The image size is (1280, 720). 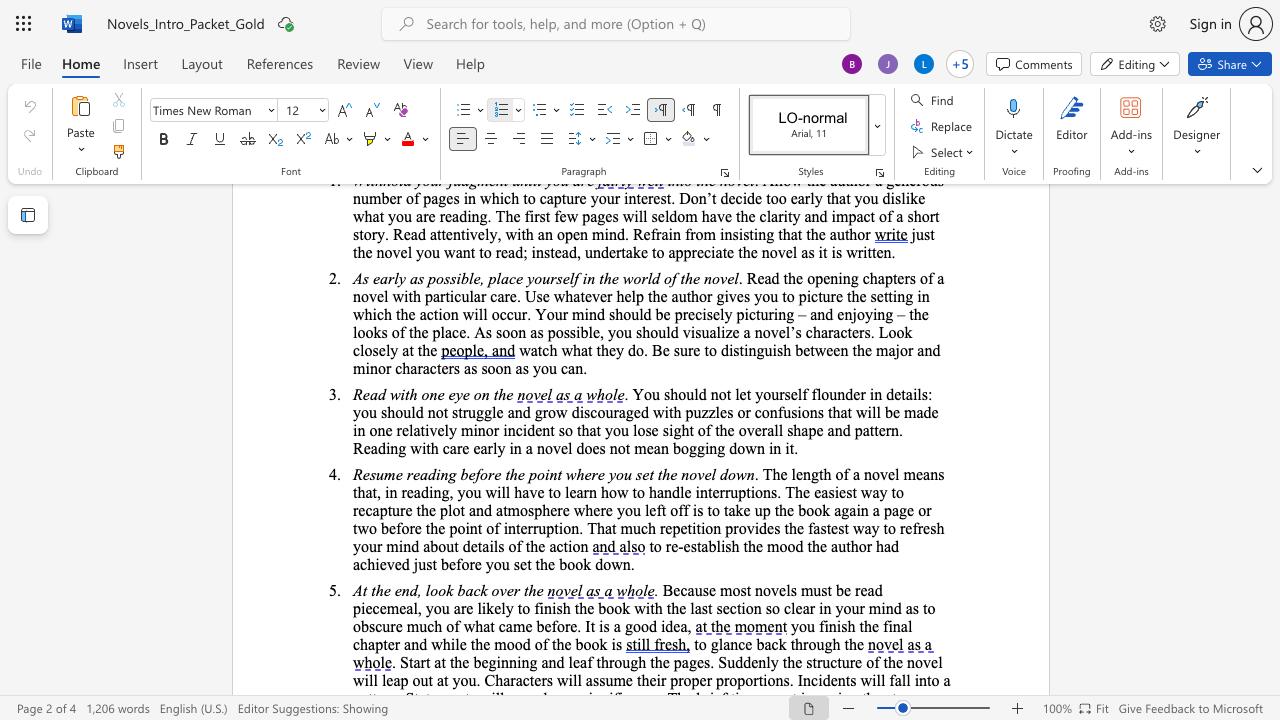 I want to click on the space between the continuous character "t" and "a" in the text, so click(x=482, y=546).